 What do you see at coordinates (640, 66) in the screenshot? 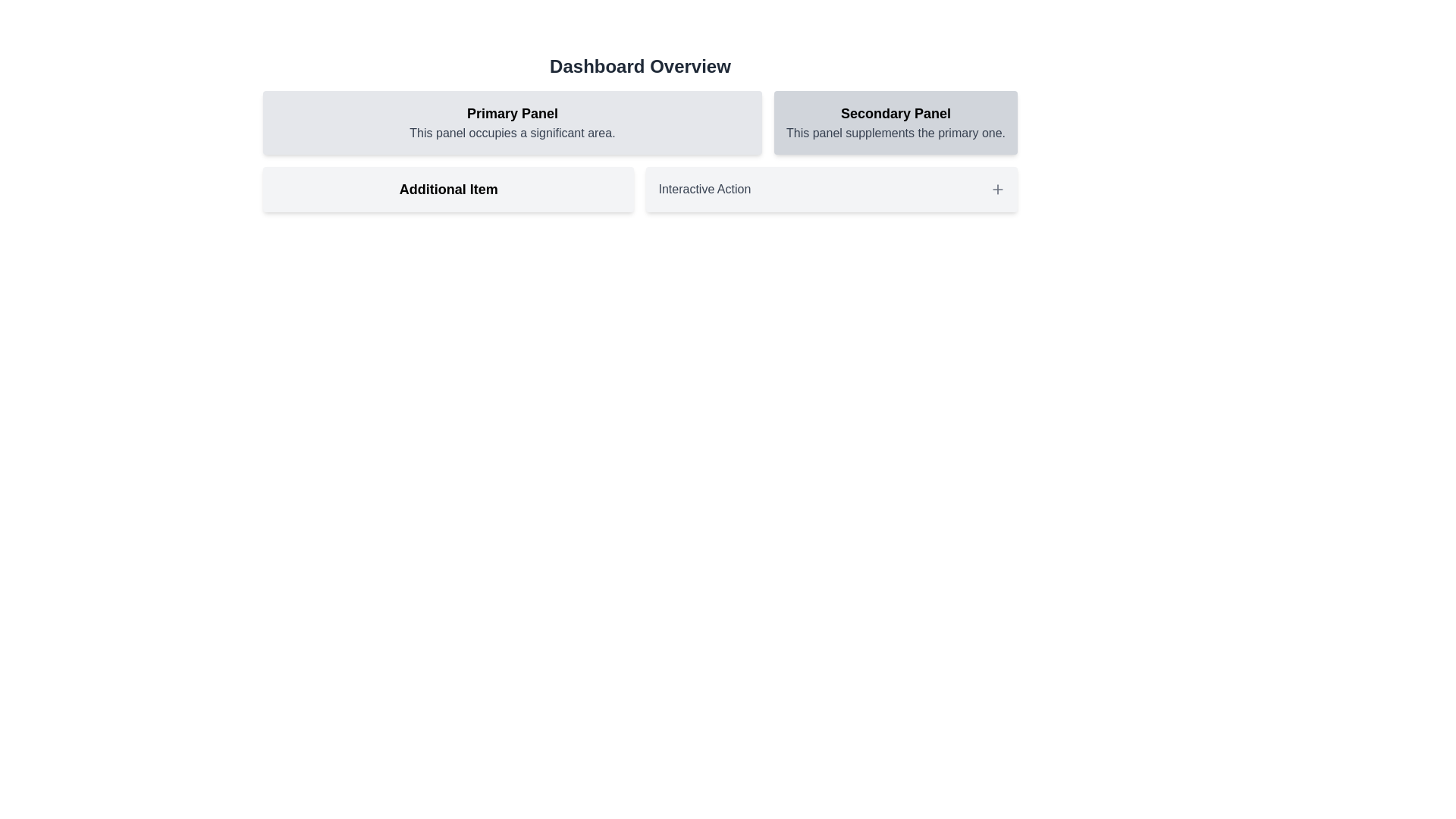
I see `text block displaying 'Dashboard Overview' which is a bold and large font style at the top of the layout` at bounding box center [640, 66].